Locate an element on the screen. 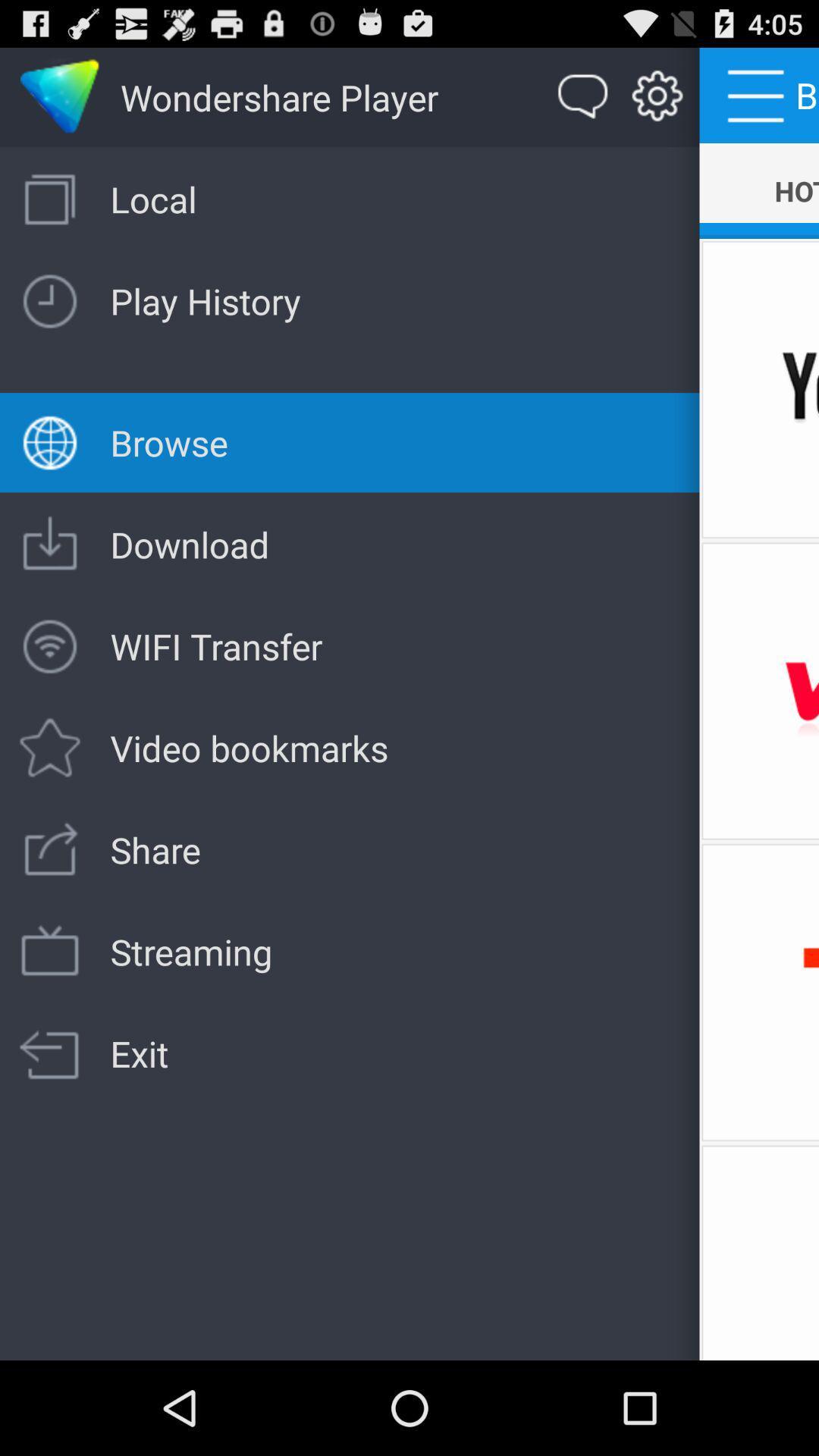  the button below play history is located at coordinates (49, 951).